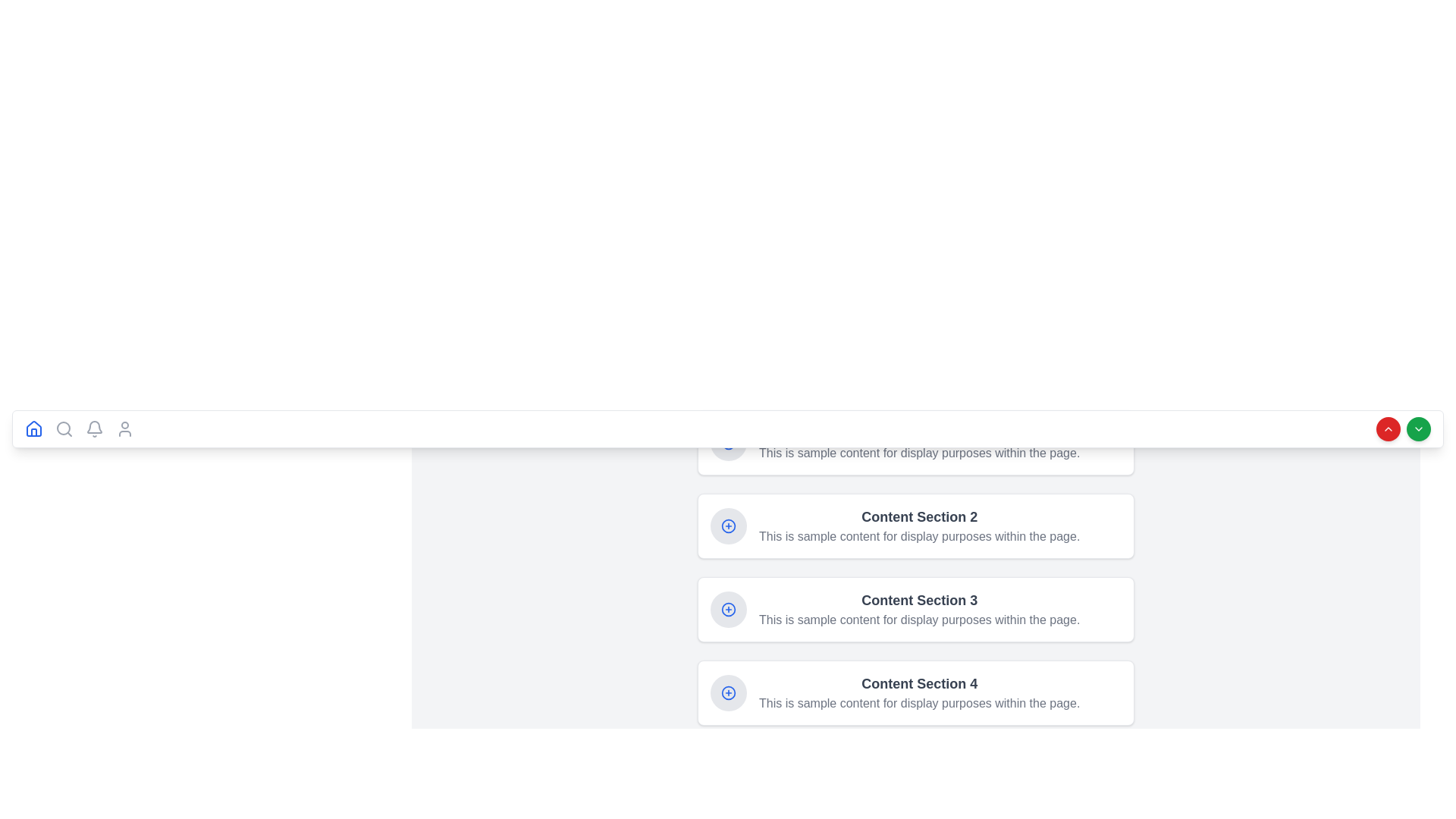 Image resolution: width=1456 pixels, height=819 pixels. I want to click on the outermost circle of the circular-plus icon located to the left of the text 'Content Section 4', so click(728, 693).